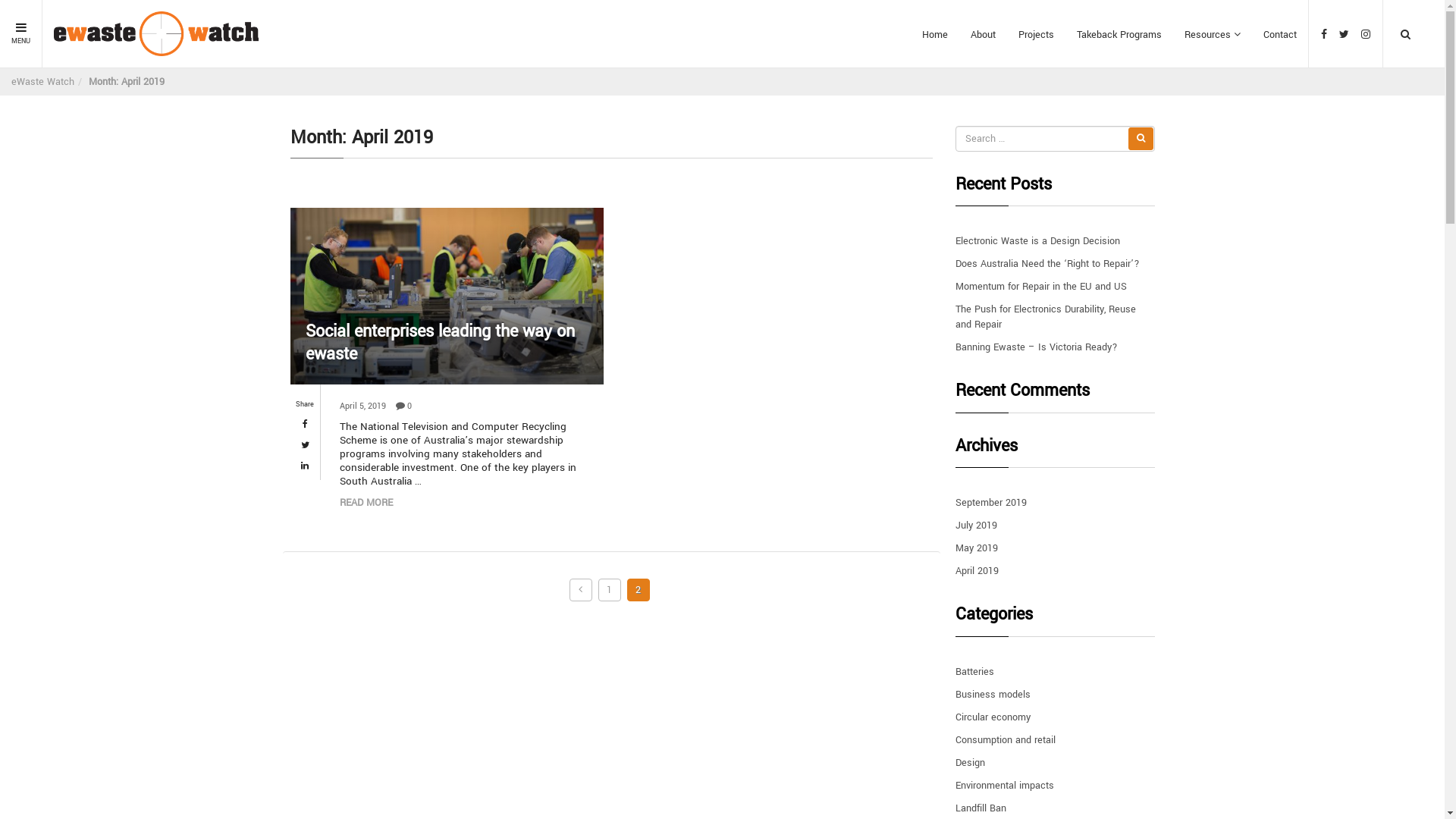 This screenshot has width=1456, height=819. What do you see at coordinates (610, 589) in the screenshot?
I see `'1'` at bounding box center [610, 589].